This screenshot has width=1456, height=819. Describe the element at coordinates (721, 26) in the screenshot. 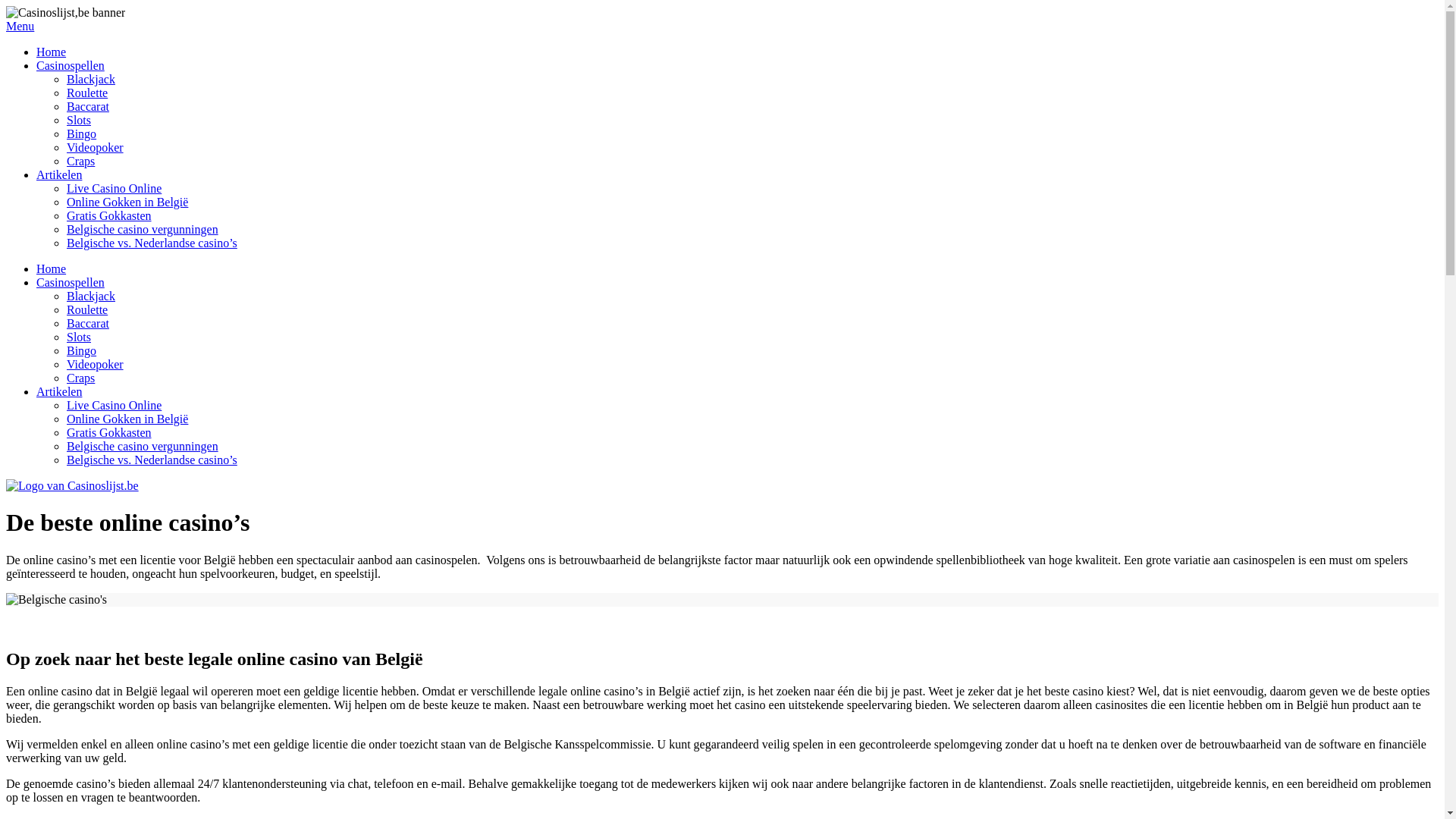

I see `'Menu'` at that location.